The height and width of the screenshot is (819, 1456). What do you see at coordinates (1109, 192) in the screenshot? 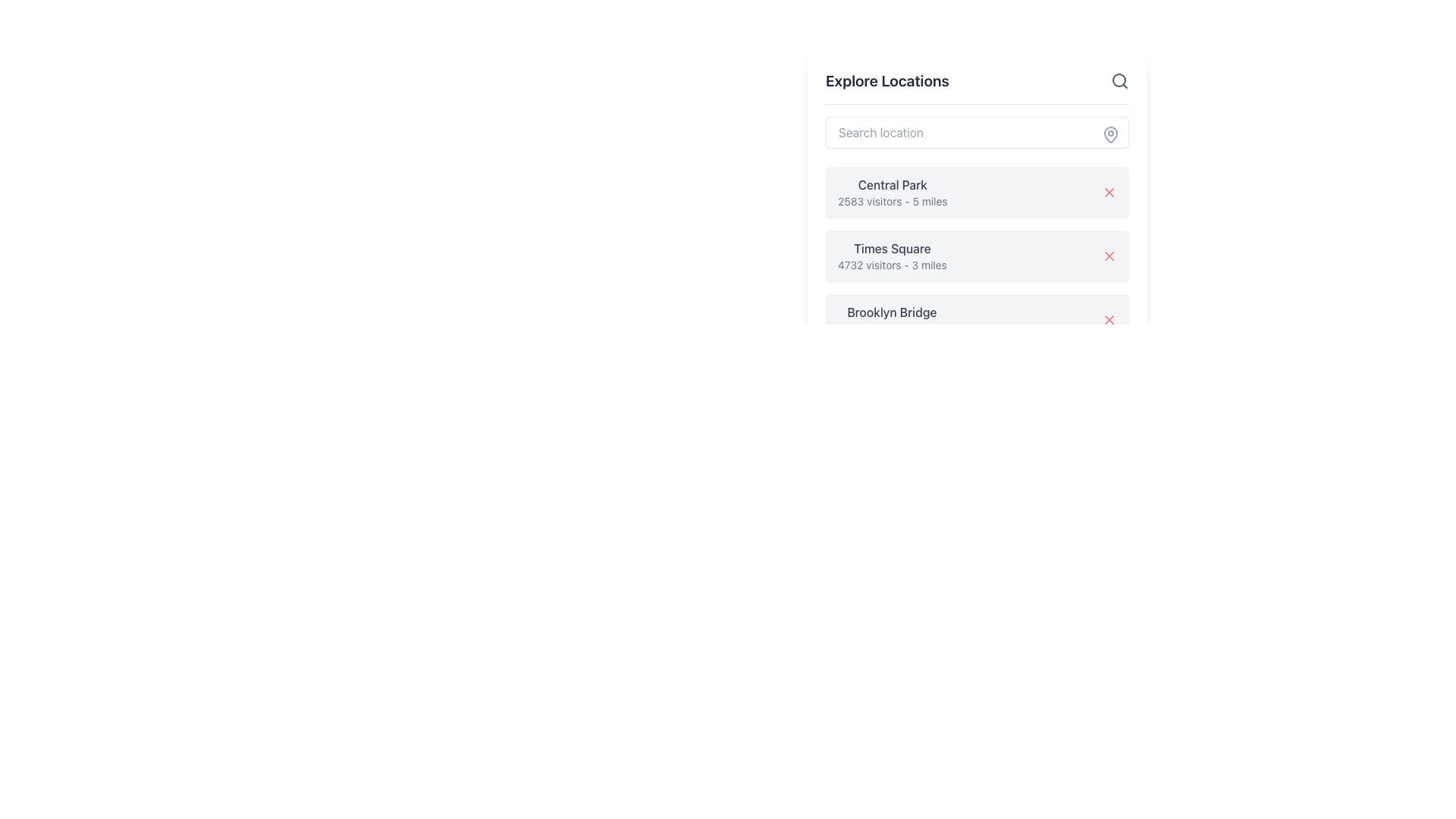
I see `the close or delete button styled as an 'X' icon` at bounding box center [1109, 192].